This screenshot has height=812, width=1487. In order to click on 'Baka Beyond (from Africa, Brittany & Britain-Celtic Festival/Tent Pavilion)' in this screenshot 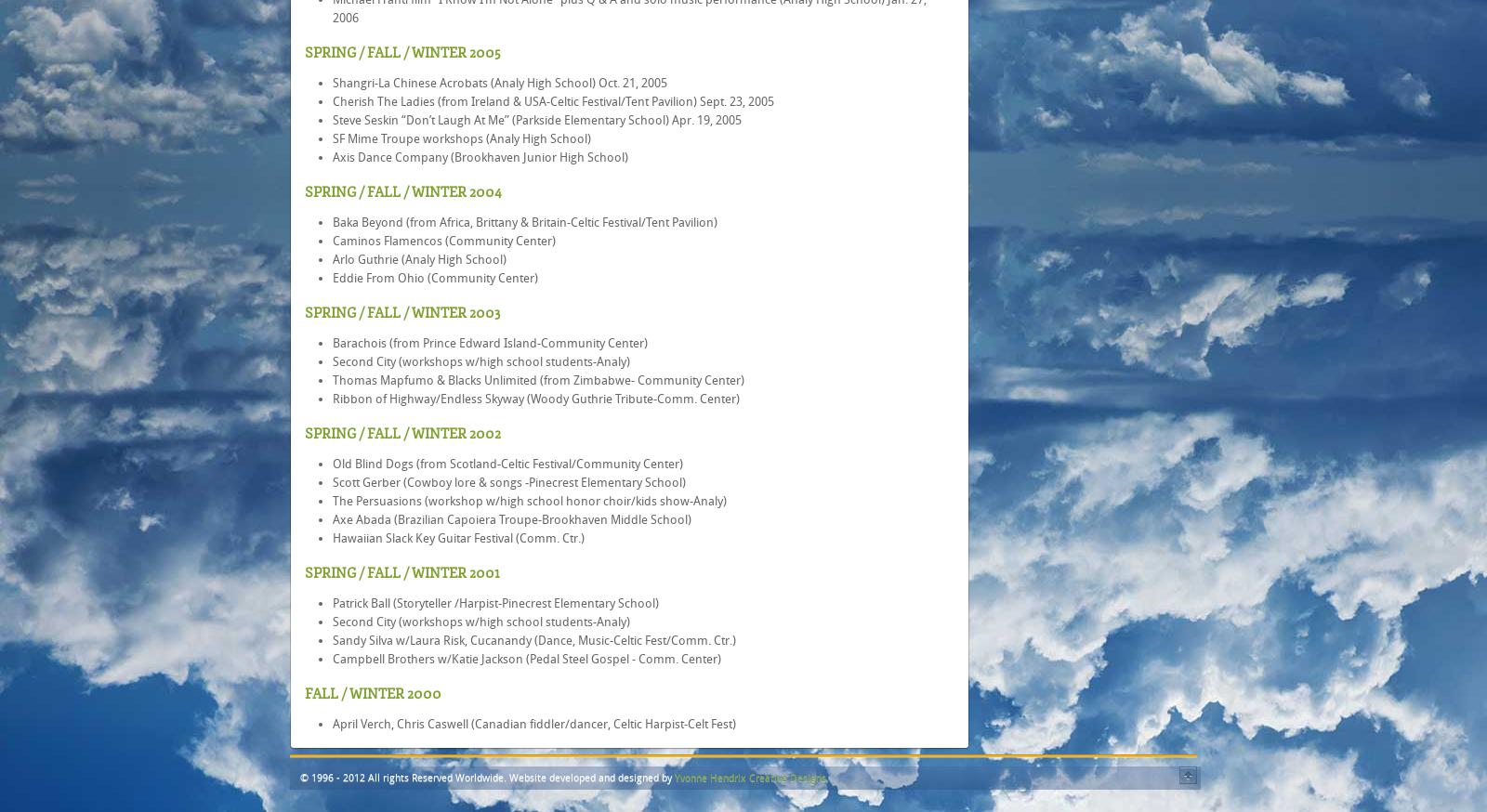, I will do `click(523, 222)`.